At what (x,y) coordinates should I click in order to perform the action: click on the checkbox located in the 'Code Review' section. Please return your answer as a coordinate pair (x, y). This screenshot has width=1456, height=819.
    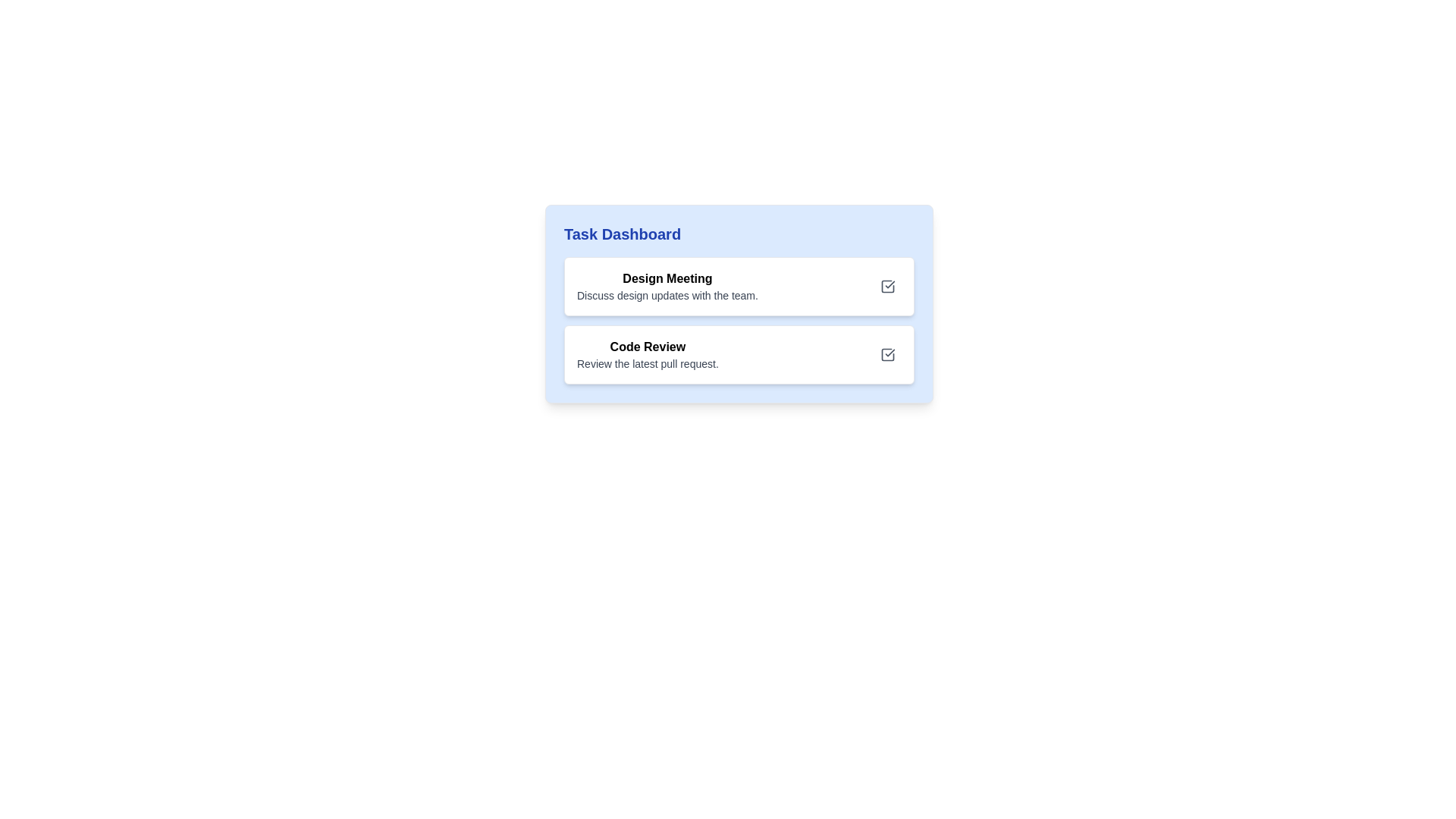
    Looking at the image, I should click on (888, 354).